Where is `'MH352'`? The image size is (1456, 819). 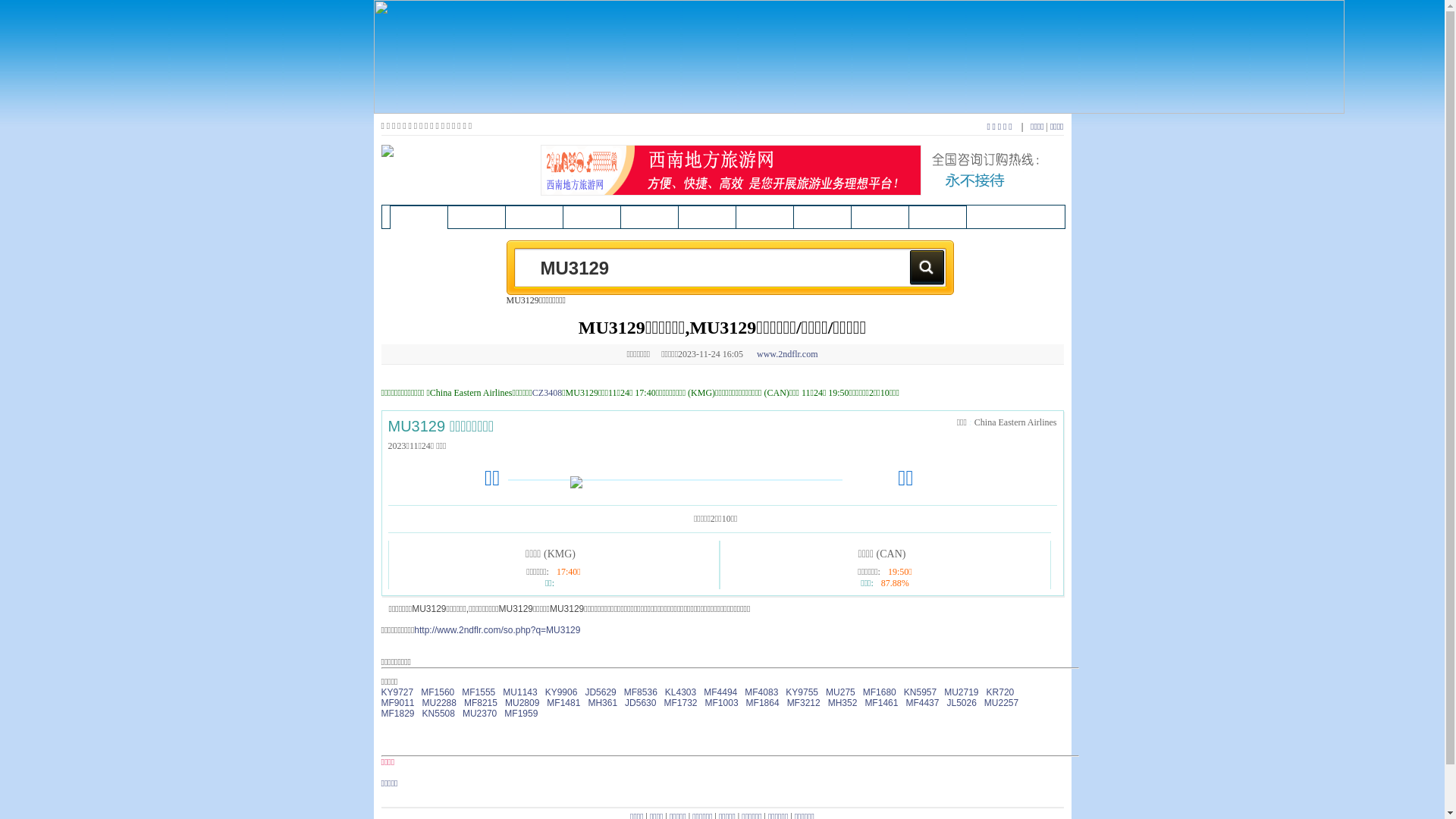
'MH352' is located at coordinates (842, 702).